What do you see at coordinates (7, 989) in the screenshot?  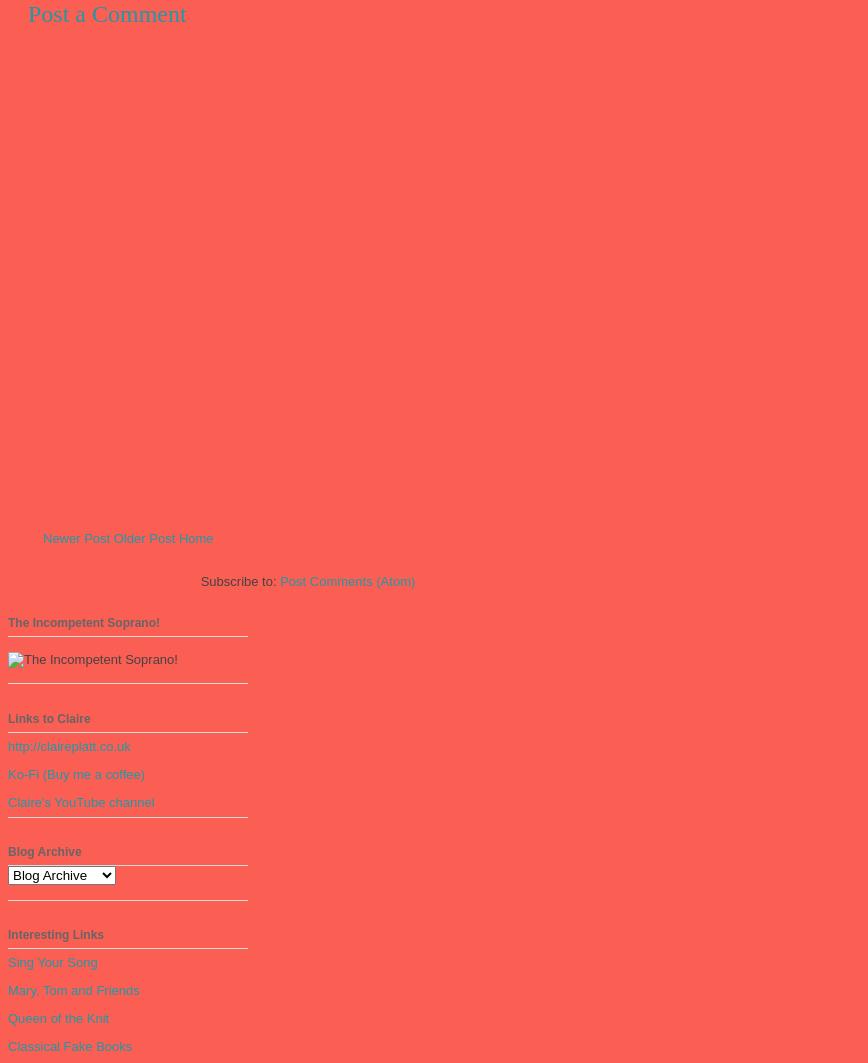 I see `'Mary, Tom and Friends'` at bounding box center [7, 989].